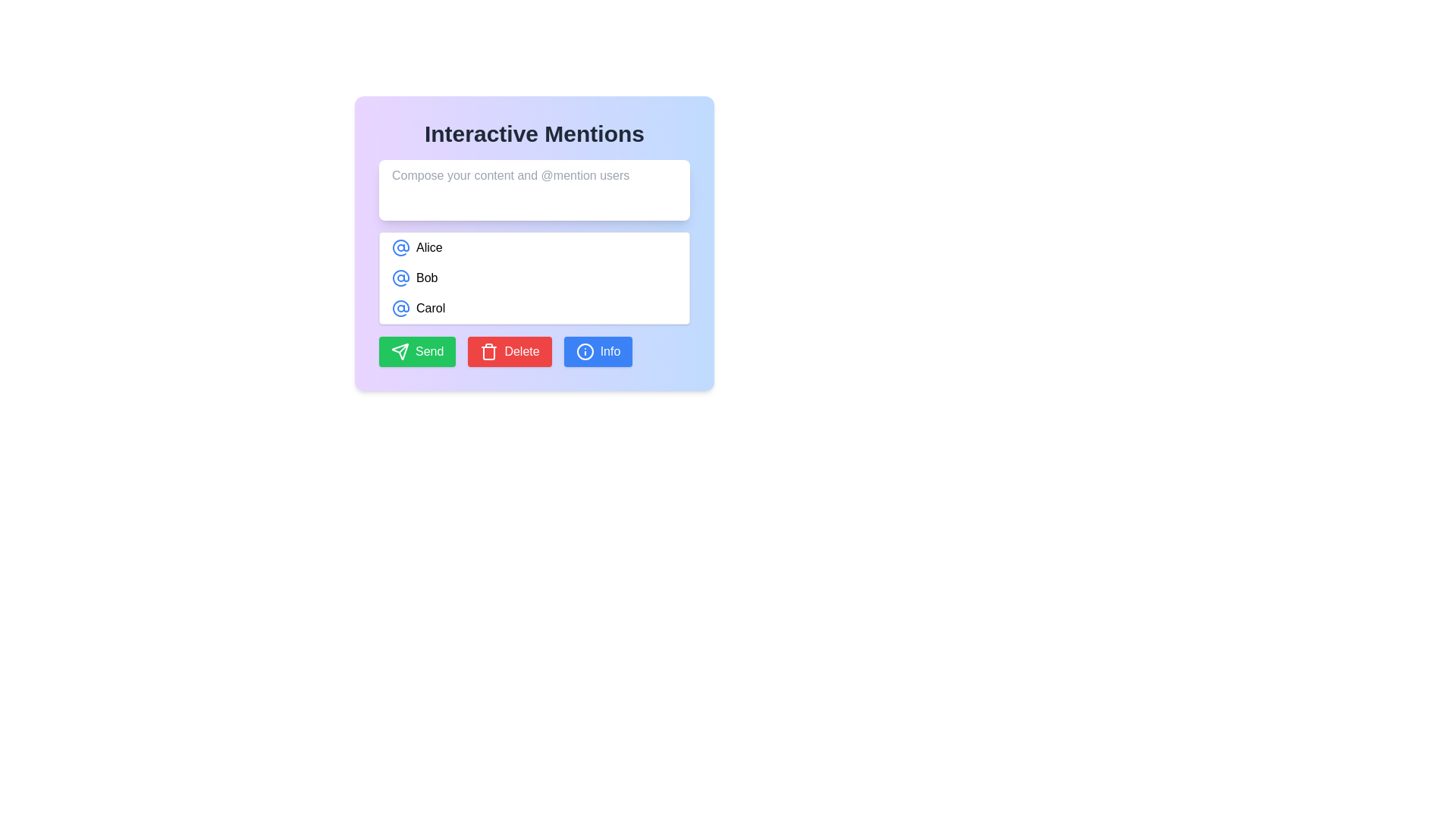 The height and width of the screenshot is (819, 1456). Describe the element at coordinates (535, 351) in the screenshot. I see `the button from the Interactive Button Group located at the bottom of the main card interface, centered horizontally below user mentions such as 'Alice', 'Bob', and 'Carol'` at that location.